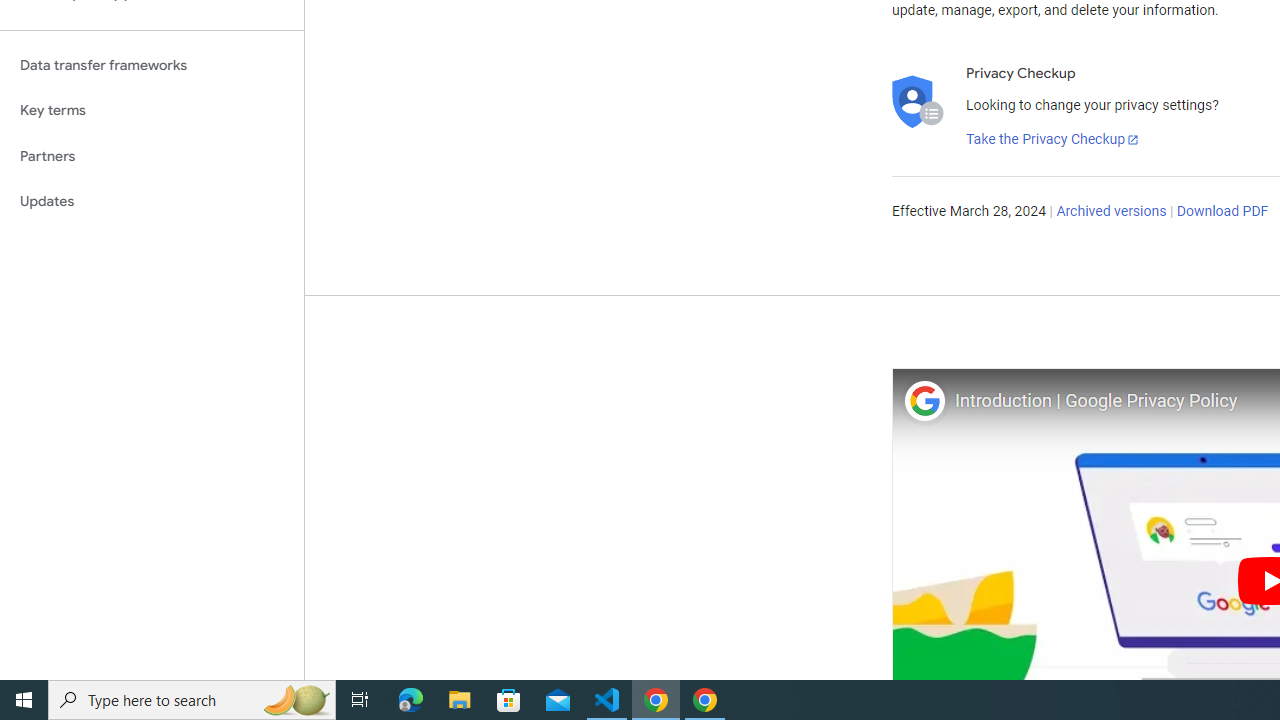 The width and height of the screenshot is (1280, 720). I want to click on 'Archived versions', so click(1110, 212).